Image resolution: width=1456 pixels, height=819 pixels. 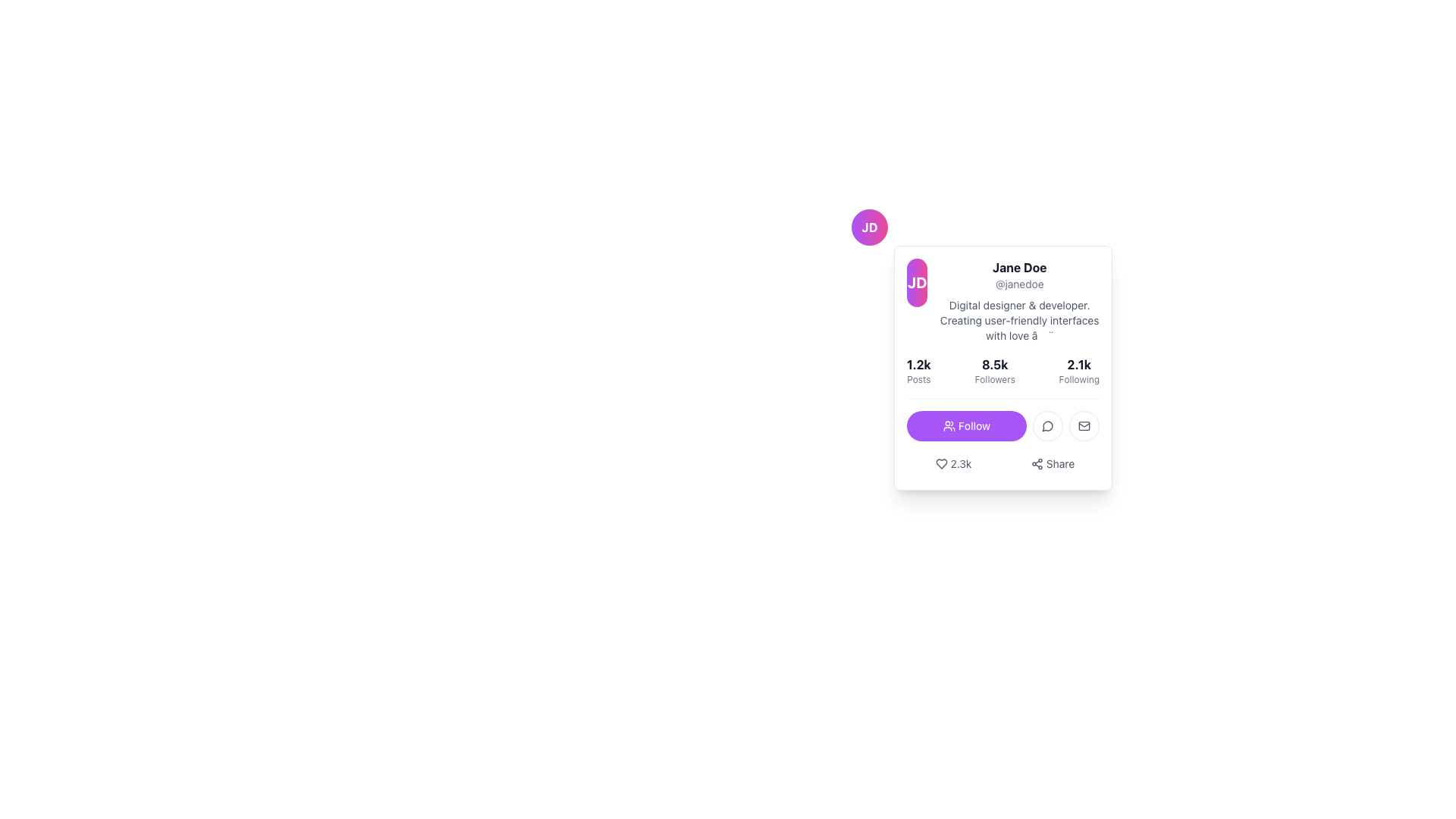 What do you see at coordinates (995, 379) in the screenshot?
I see `the 'Followers' text label, which is a small gray text label displayed below the '8.5k' text, centered horizontally in the middle group of three similar groups` at bounding box center [995, 379].